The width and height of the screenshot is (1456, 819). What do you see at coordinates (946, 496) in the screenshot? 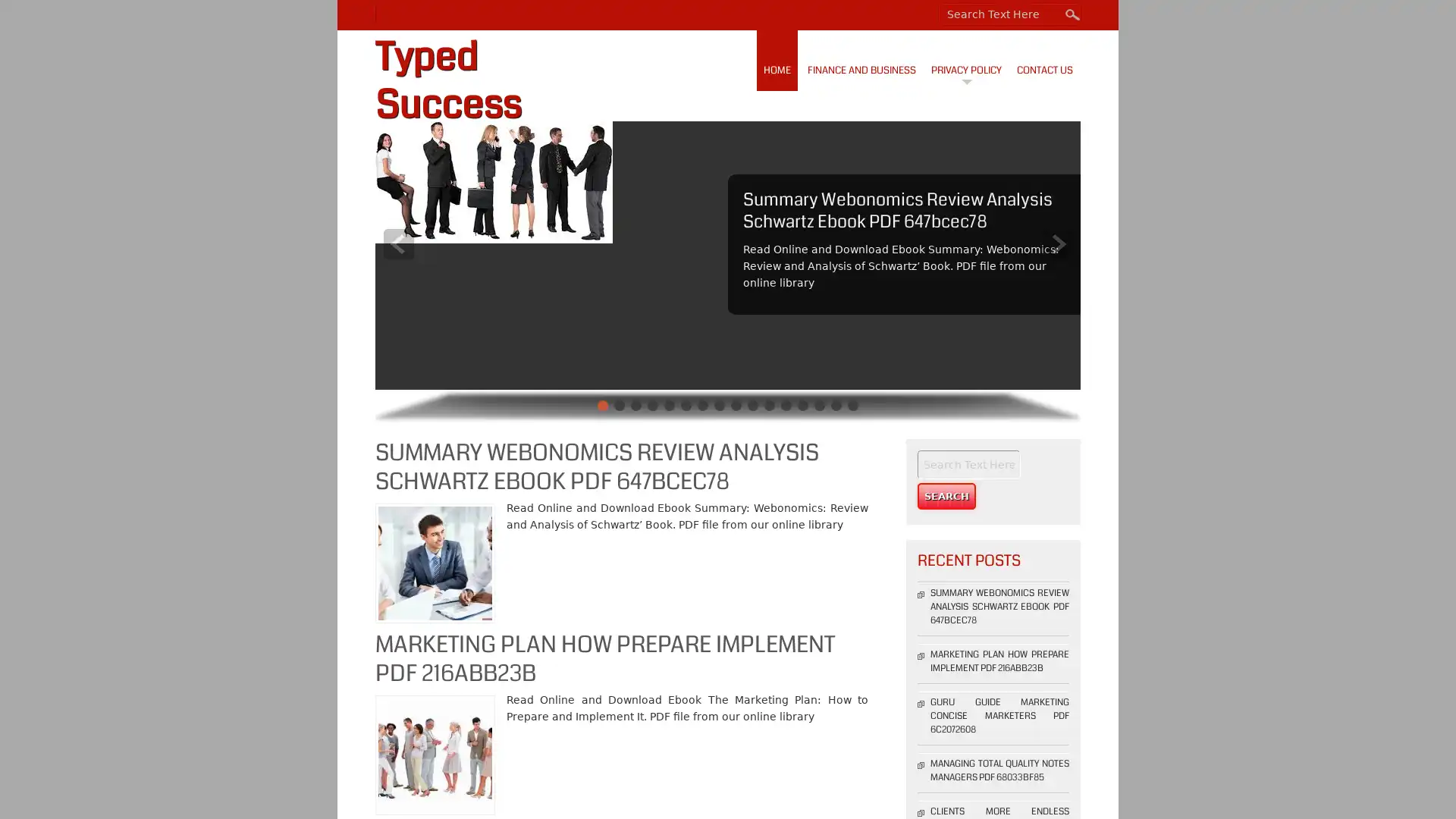
I see `Search` at bounding box center [946, 496].